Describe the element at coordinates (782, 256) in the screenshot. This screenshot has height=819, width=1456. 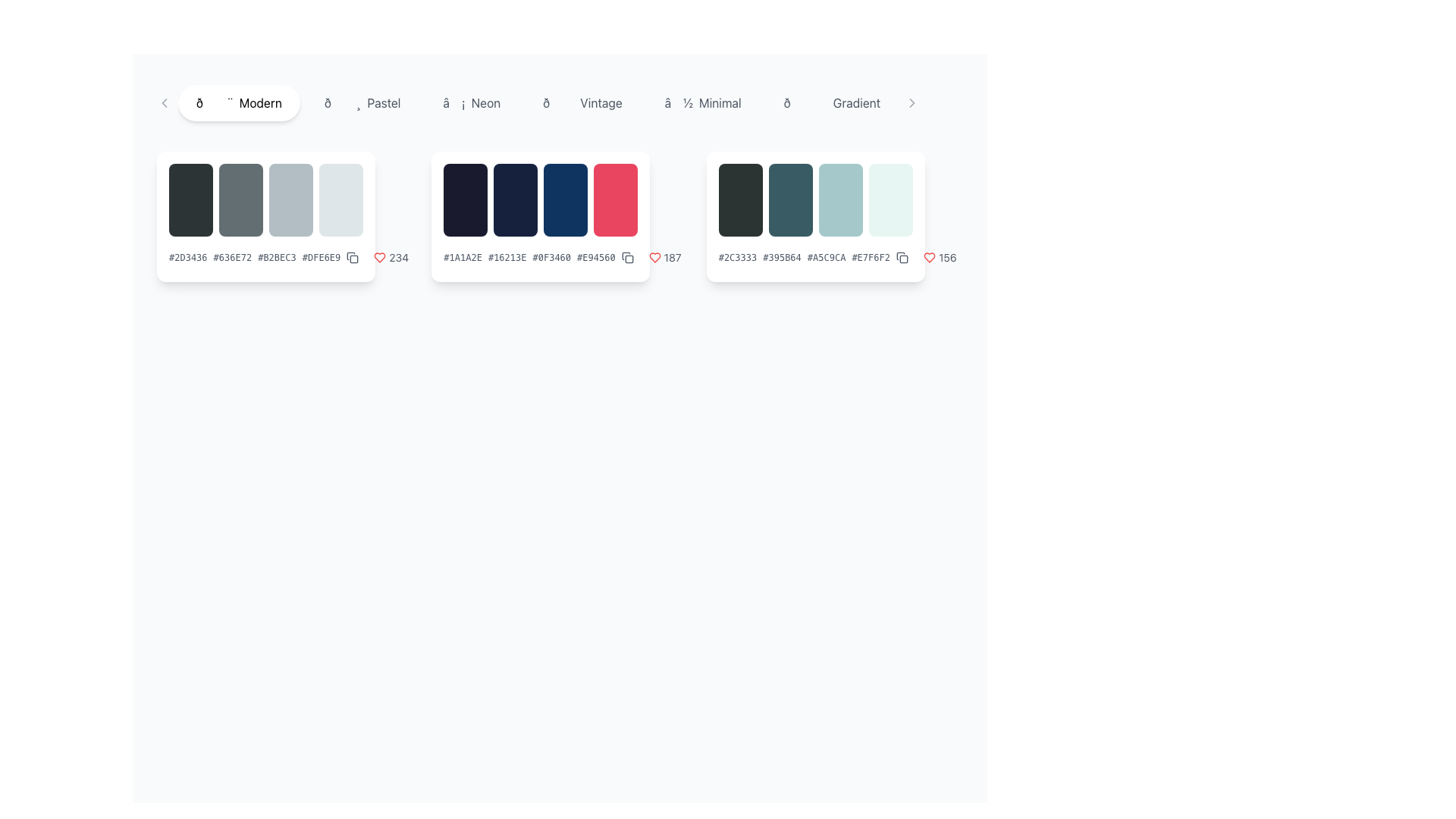
I see `the static text label displaying the hexadecimal color code '#395B64', which is the second element in a horizontal list of four similar elements` at that location.